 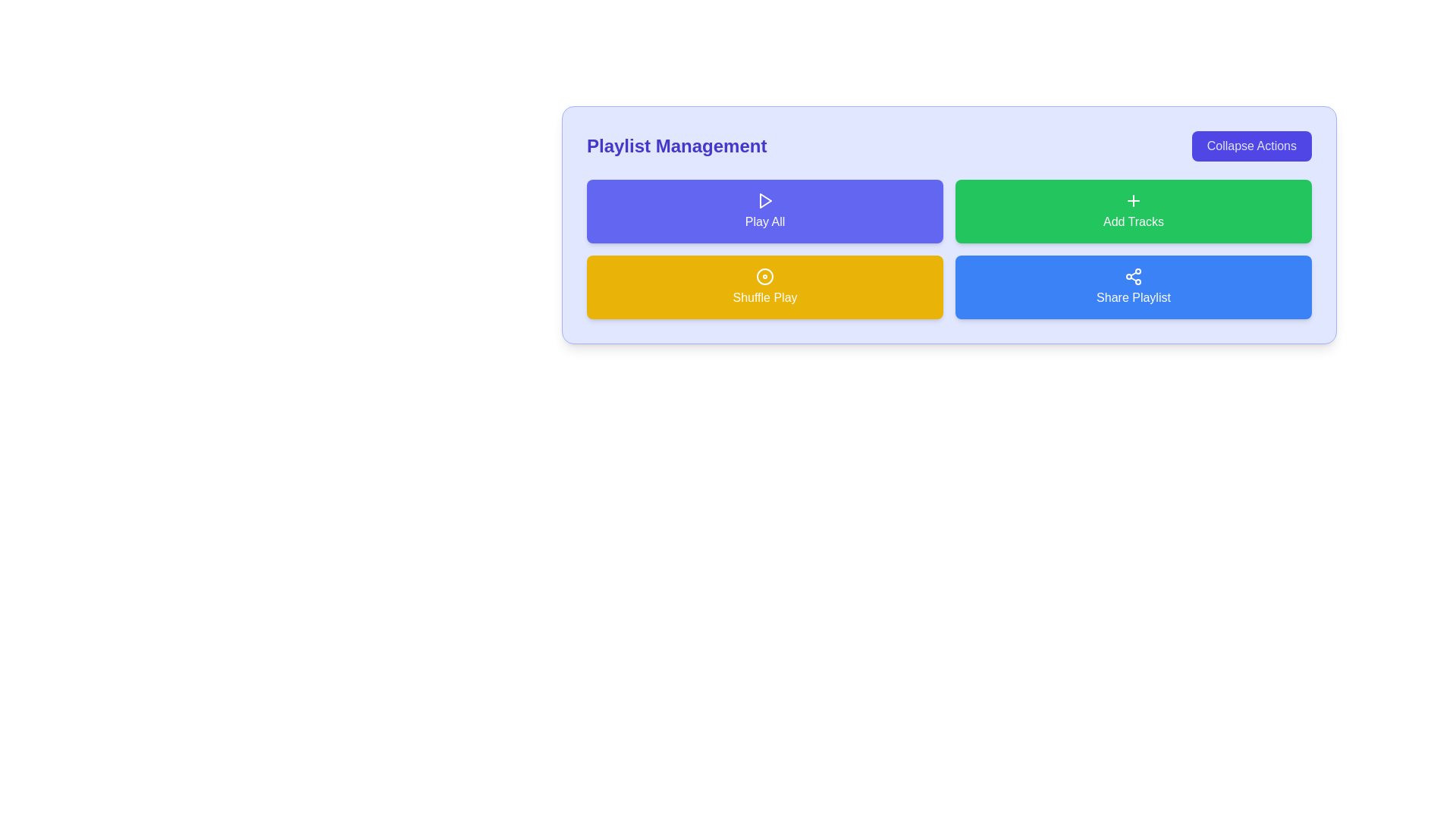 I want to click on the green 'Add Tracks' button, which is the second button in the top row of the grid, located to the right of the 'Play All' button and above the 'Share Playlist' button, so click(x=1133, y=211).